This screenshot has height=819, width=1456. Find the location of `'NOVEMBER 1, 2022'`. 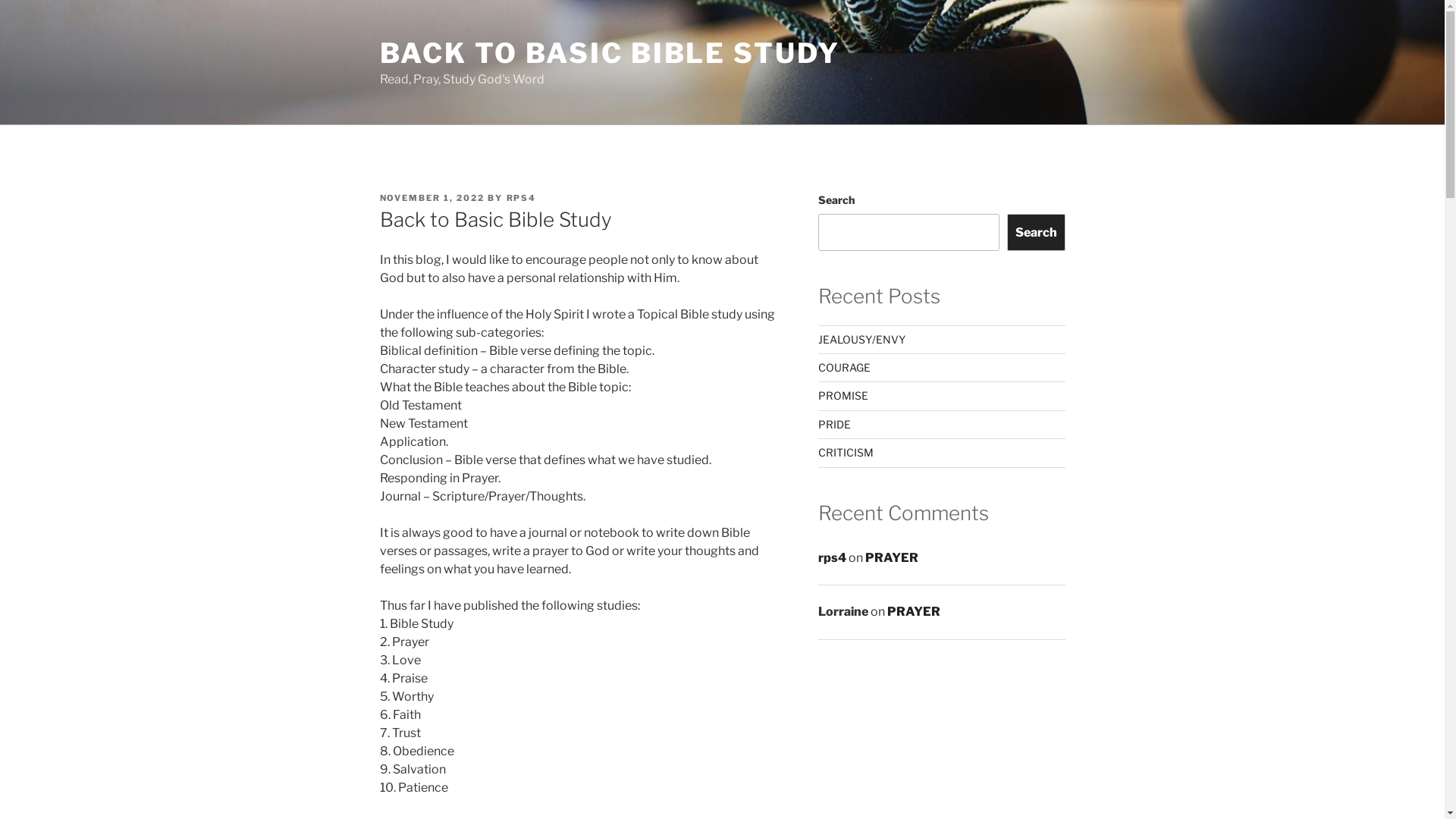

'NOVEMBER 1, 2022' is located at coordinates (431, 197).